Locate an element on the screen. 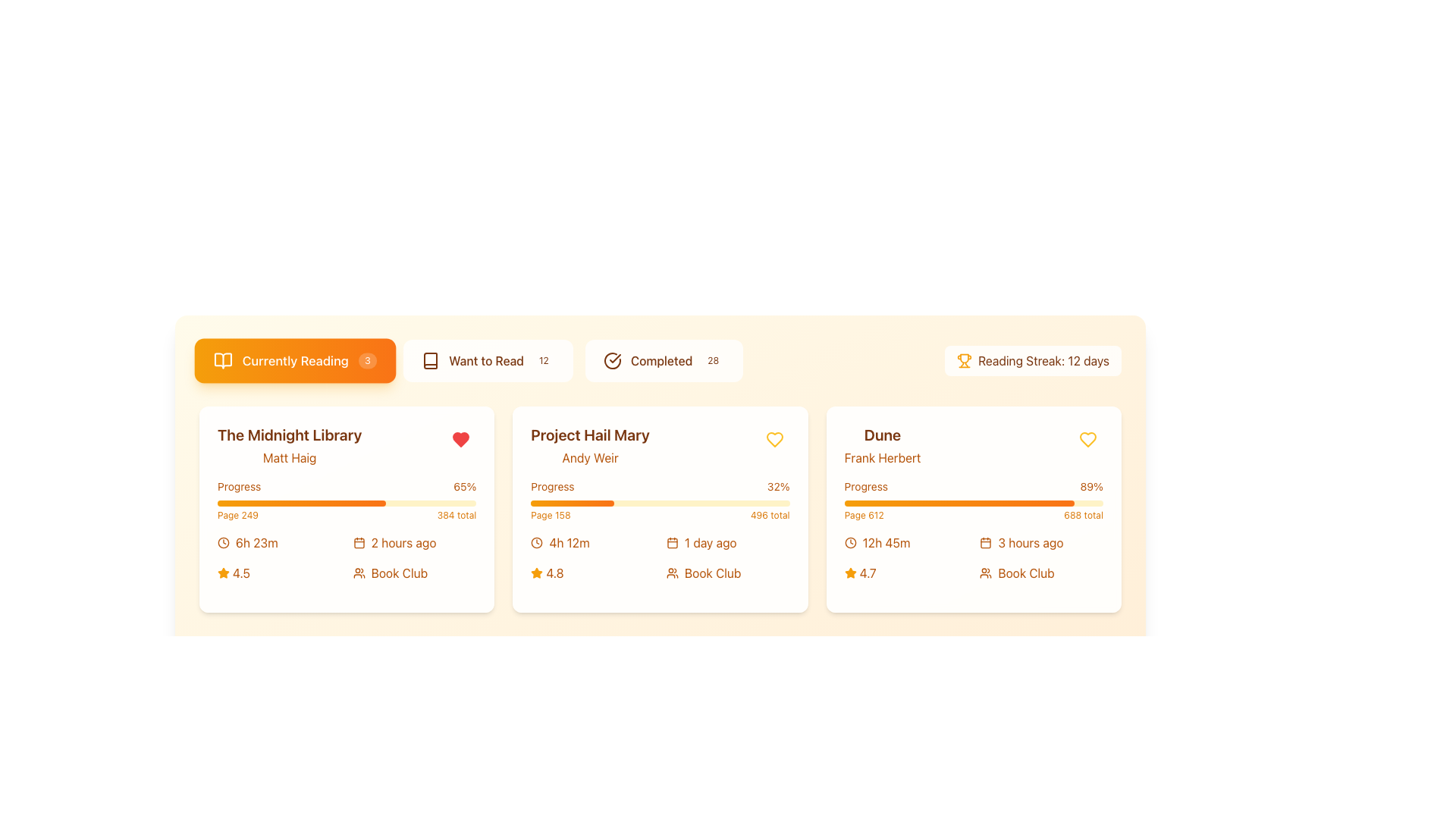 The height and width of the screenshot is (819, 1456). the decorative vector graphic component, which is a curved line part of a 'check-circle' icon located in a toolbar section is located at coordinates (612, 360).